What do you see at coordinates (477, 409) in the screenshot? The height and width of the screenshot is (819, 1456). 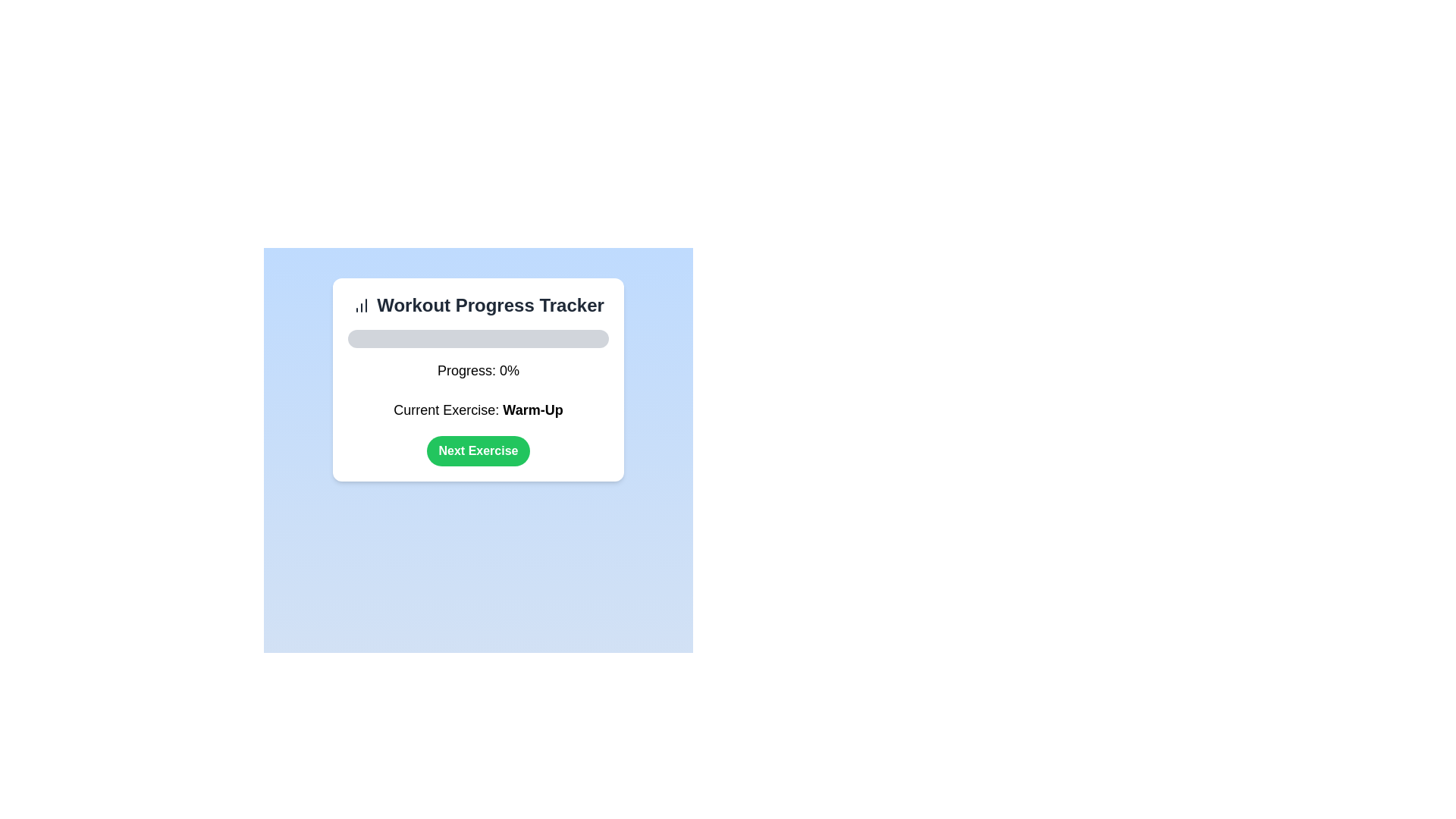 I see `the text label that reads 'Current Exercise: Warm-Up', which is the fourth interactive component in the layout, positioned below the progress bar labeled 'Progress: 0%'` at bounding box center [477, 409].